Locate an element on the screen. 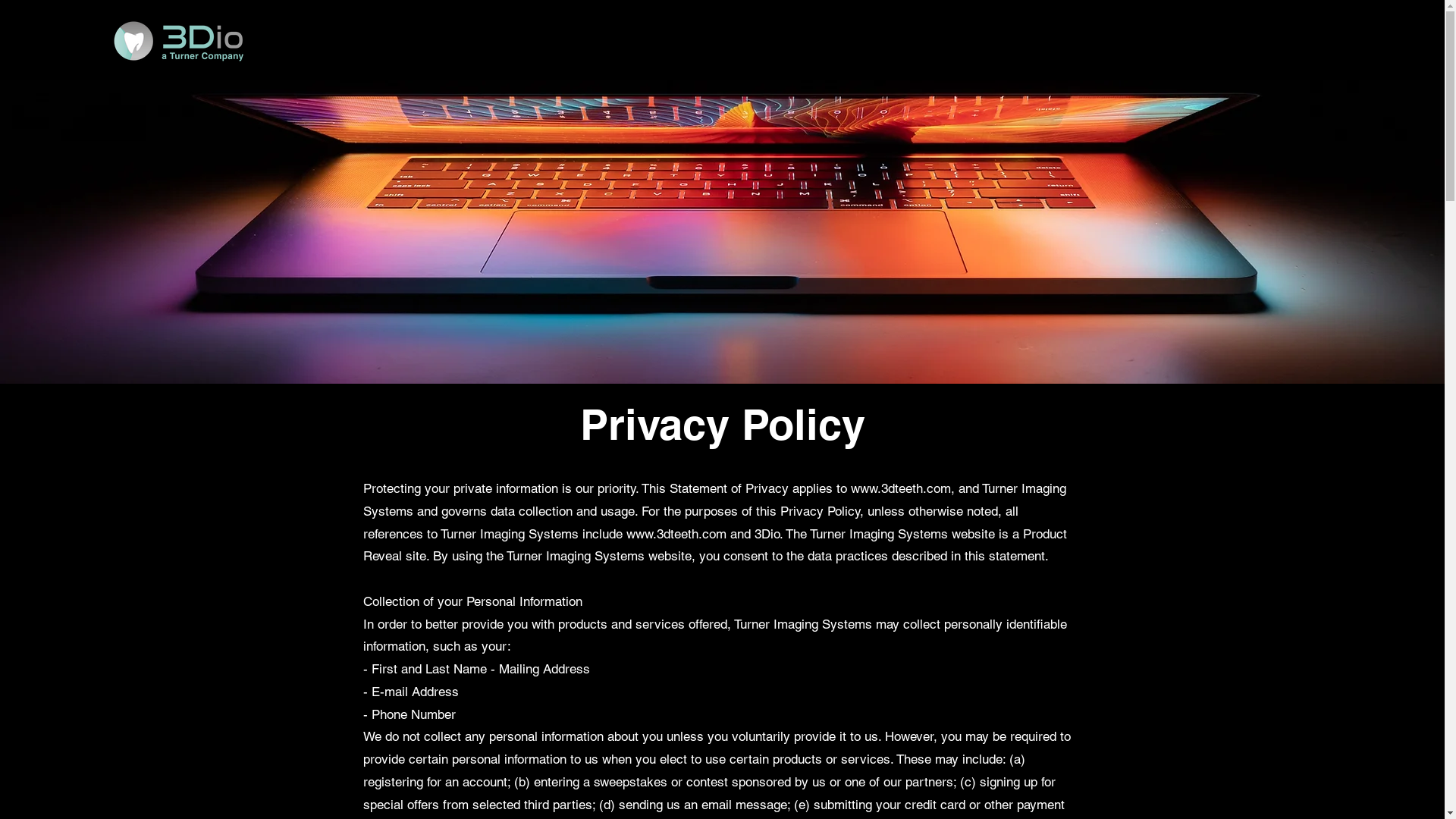 This screenshot has width=1456, height=819. '3Dio Logo' is located at coordinates (177, 40).